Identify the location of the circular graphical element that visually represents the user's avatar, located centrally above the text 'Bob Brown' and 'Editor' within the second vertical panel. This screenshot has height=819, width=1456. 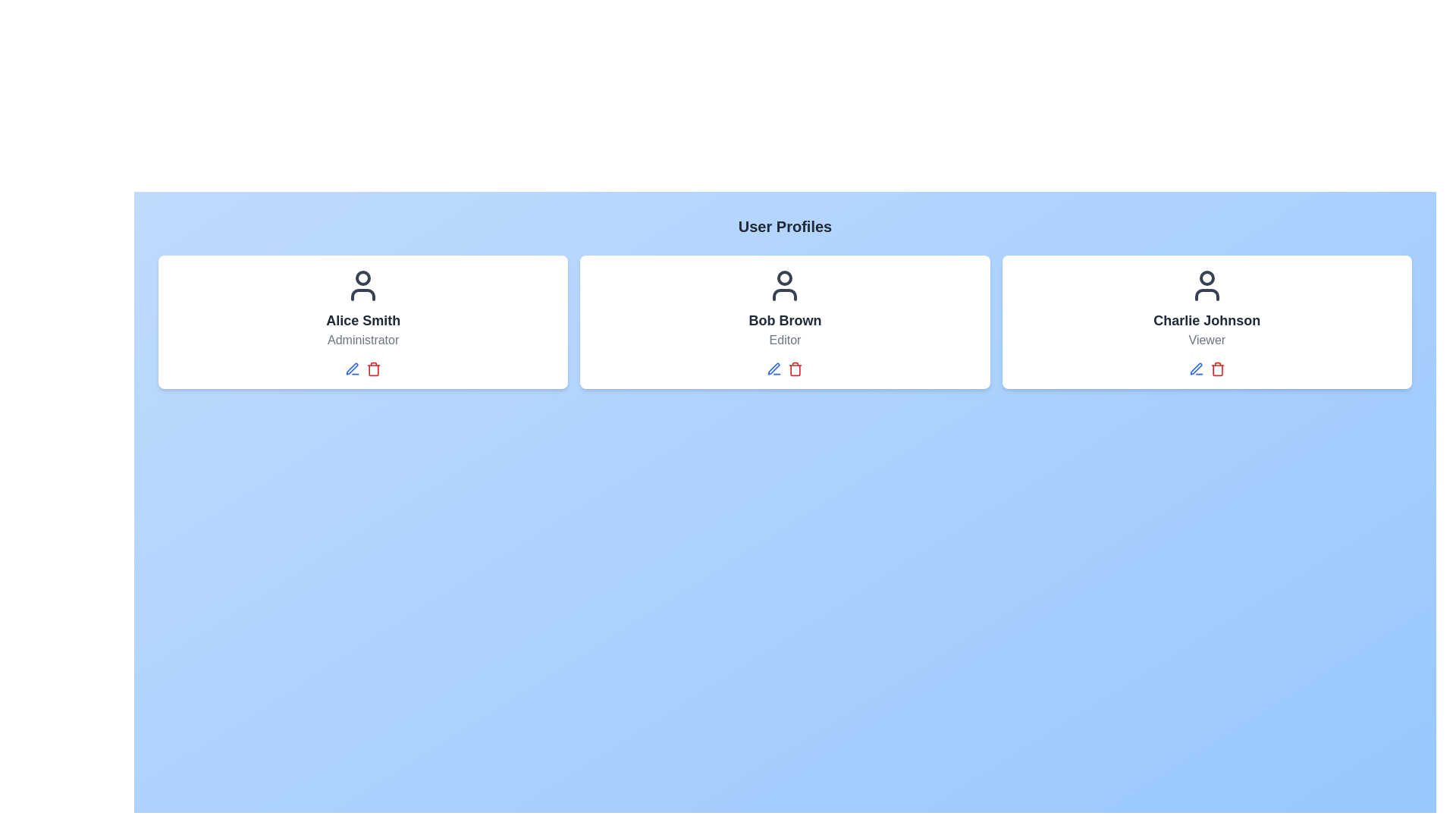
(785, 278).